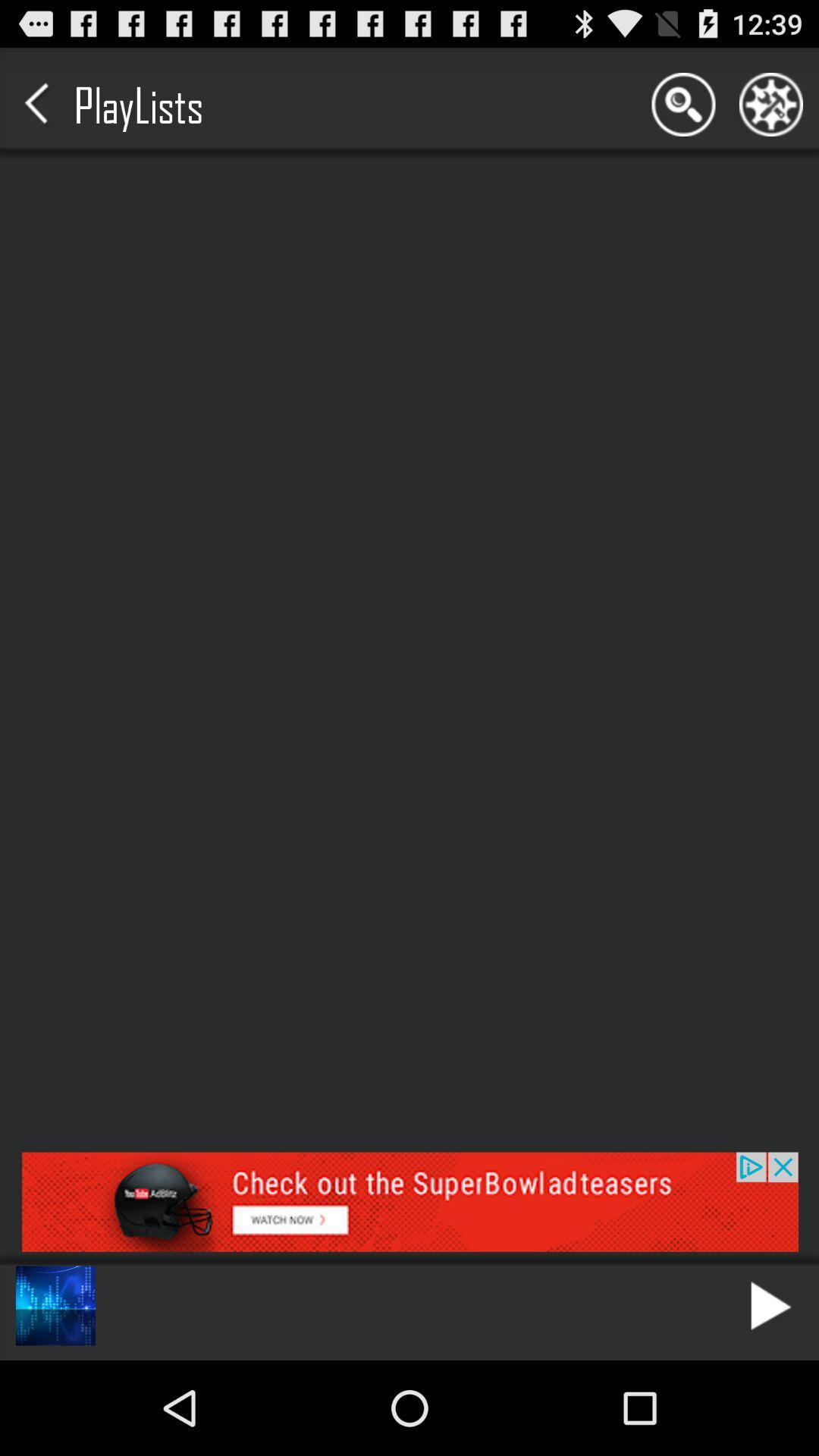  Describe the element at coordinates (771, 1397) in the screenshot. I see `the play icon` at that location.